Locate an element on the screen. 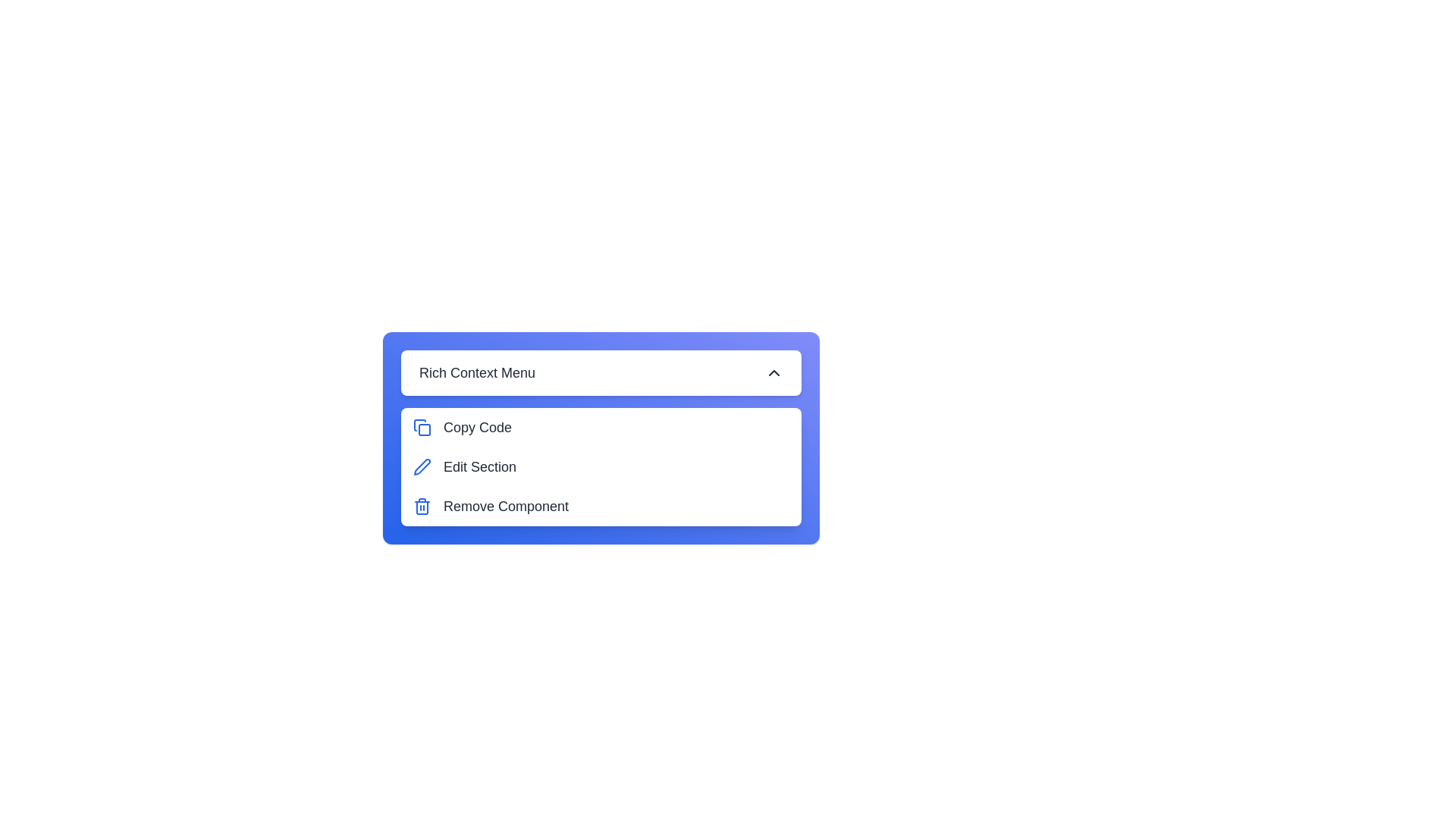  the 'Edit Section' option in the menu is located at coordinates (600, 466).